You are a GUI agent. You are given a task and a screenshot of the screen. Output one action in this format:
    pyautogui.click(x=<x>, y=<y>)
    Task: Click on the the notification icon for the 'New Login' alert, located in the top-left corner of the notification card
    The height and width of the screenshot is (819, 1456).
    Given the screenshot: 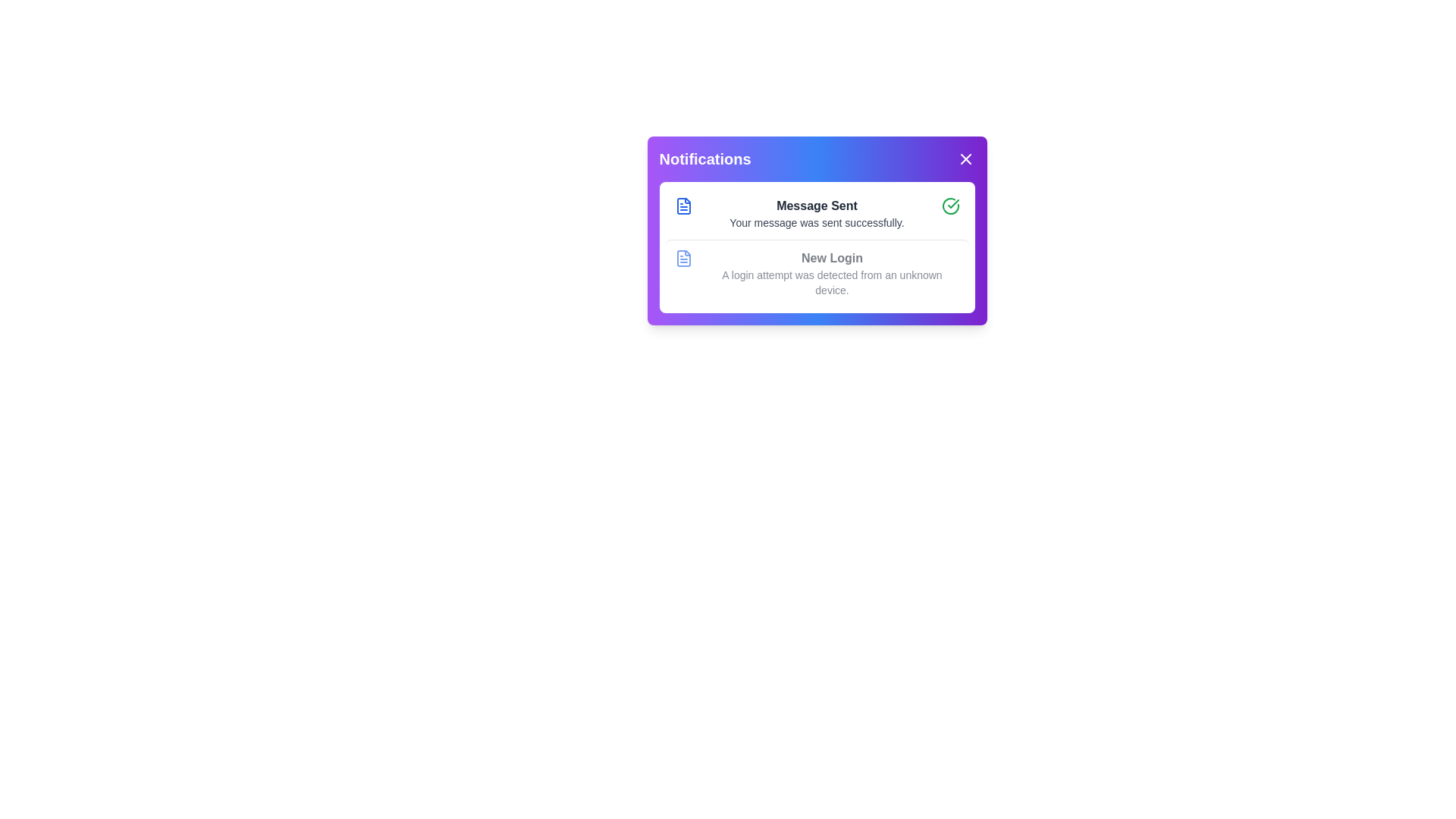 What is the action you would take?
    pyautogui.click(x=682, y=257)
    